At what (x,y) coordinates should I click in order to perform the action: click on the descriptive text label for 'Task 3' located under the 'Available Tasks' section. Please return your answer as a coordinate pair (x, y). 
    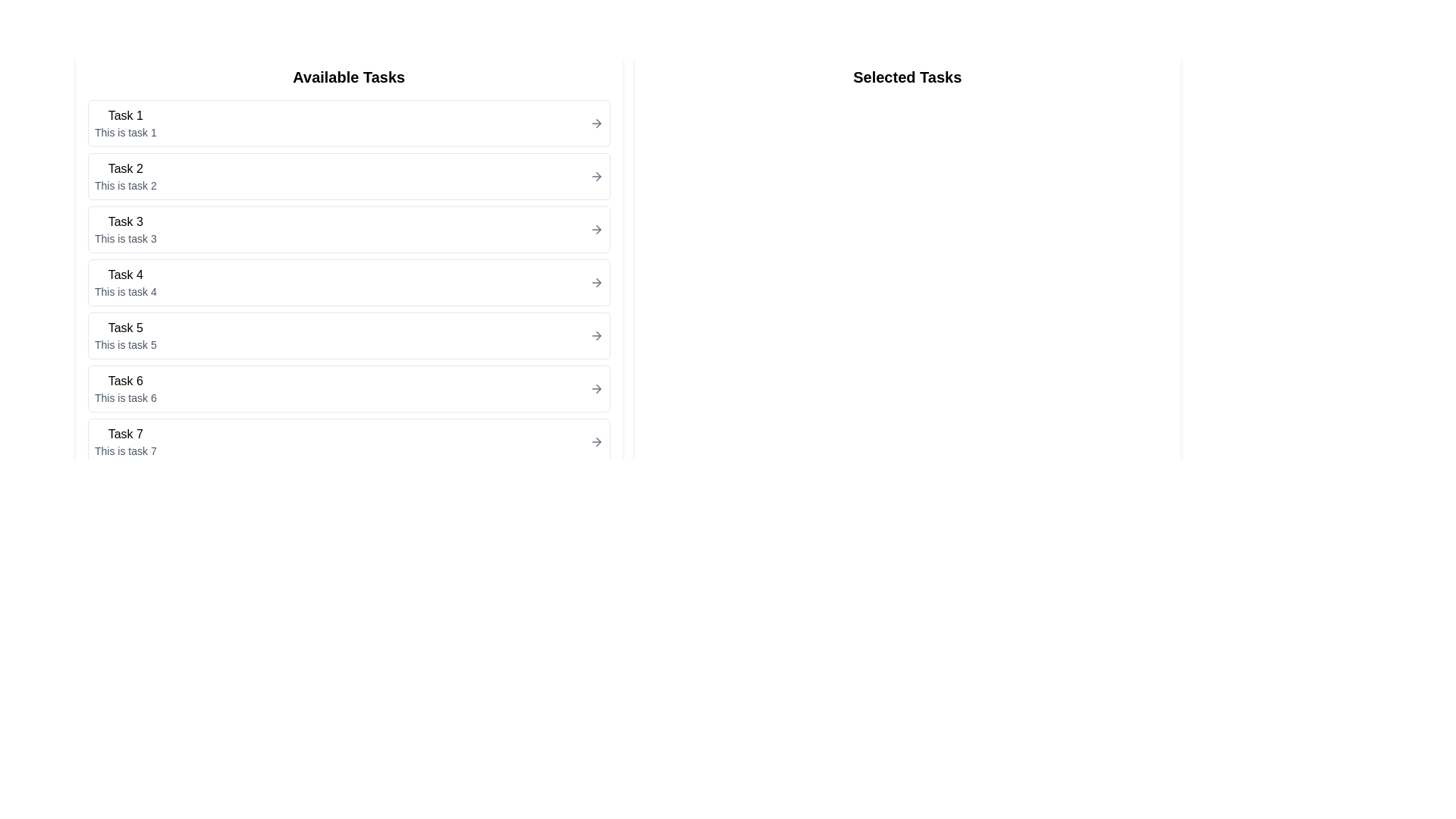
    Looking at the image, I should click on (125, 239).